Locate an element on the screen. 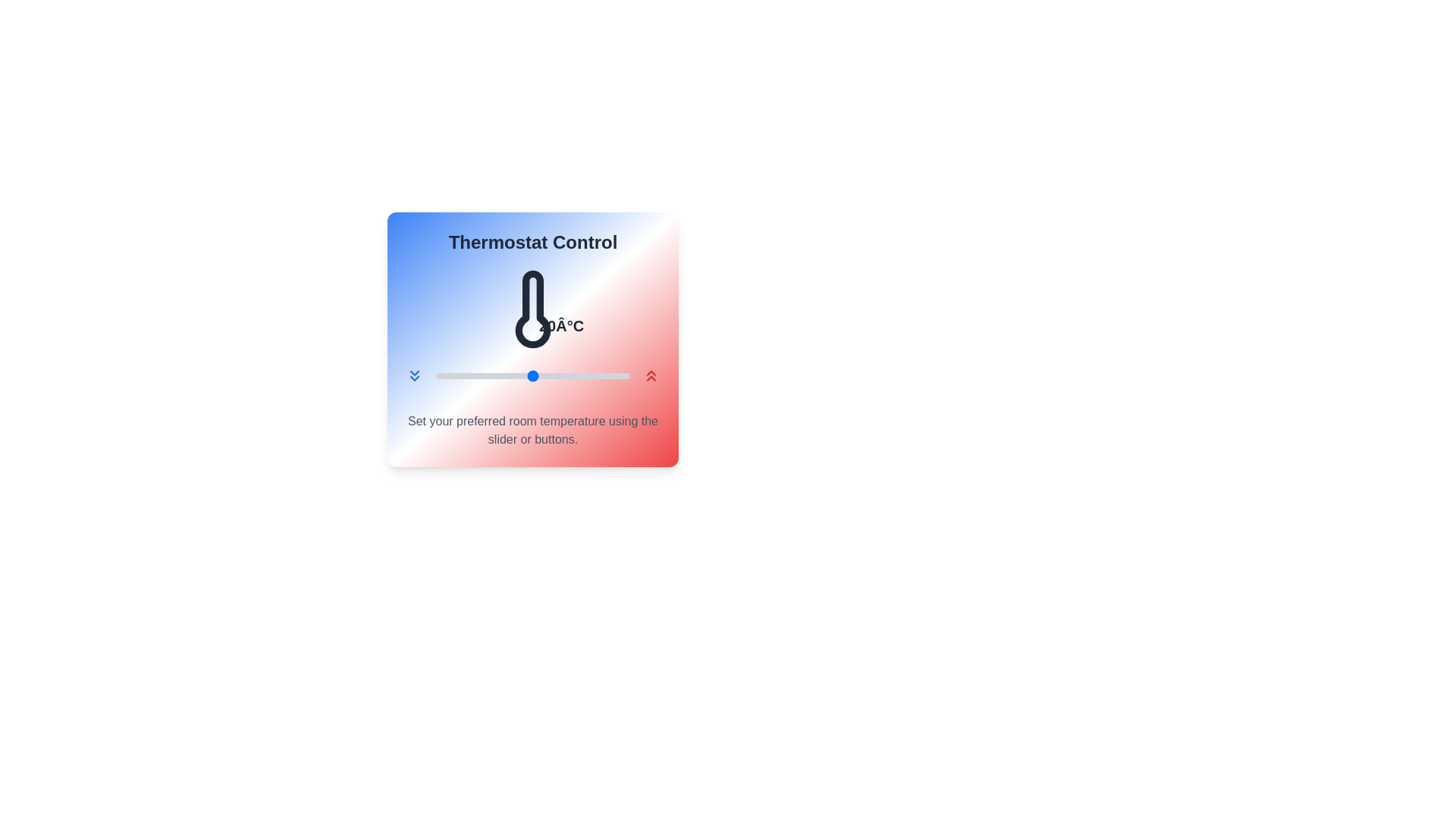 Image resolution: width=1456 pixels, height=819 pixels. the temperature to 13°C using the slider is located at coordinates (464, 375).